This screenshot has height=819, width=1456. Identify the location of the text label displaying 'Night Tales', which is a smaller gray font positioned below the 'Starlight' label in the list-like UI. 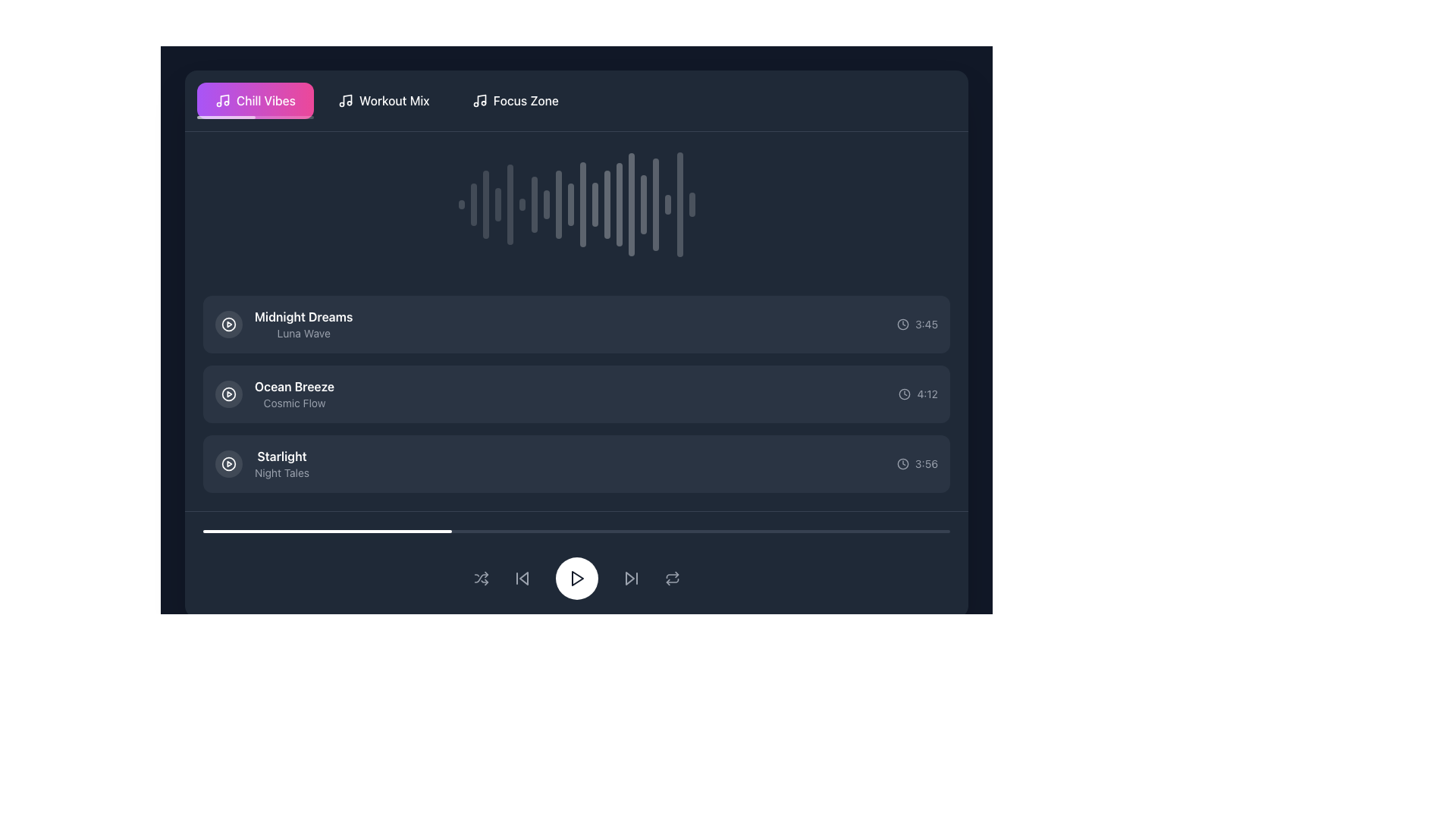
(282, 472).